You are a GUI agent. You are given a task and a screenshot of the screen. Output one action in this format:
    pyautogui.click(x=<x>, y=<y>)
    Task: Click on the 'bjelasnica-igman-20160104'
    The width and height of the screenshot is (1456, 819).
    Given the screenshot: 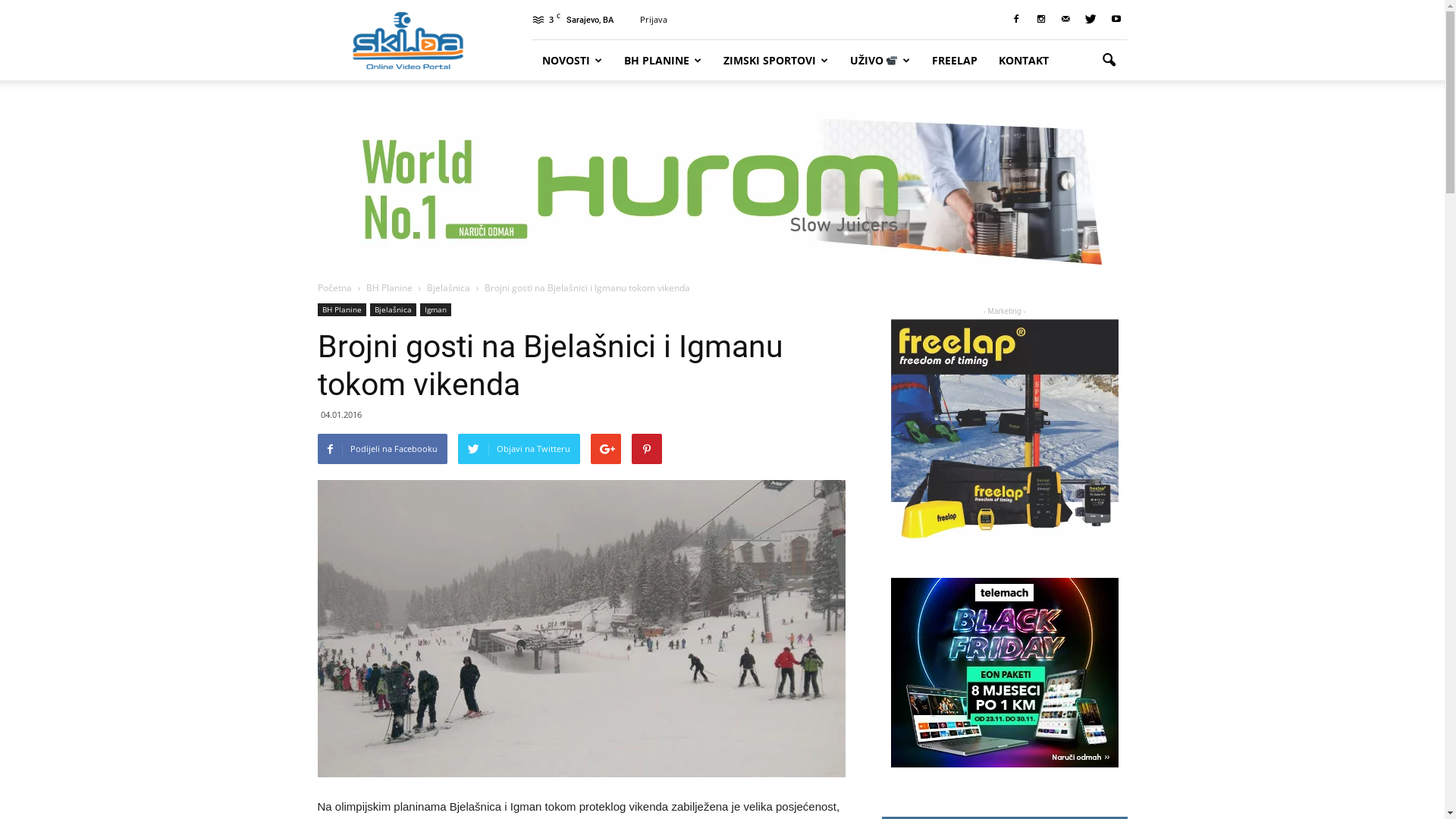 What is the action you would take?
    pyautogui.click(x=580, y=629)
    